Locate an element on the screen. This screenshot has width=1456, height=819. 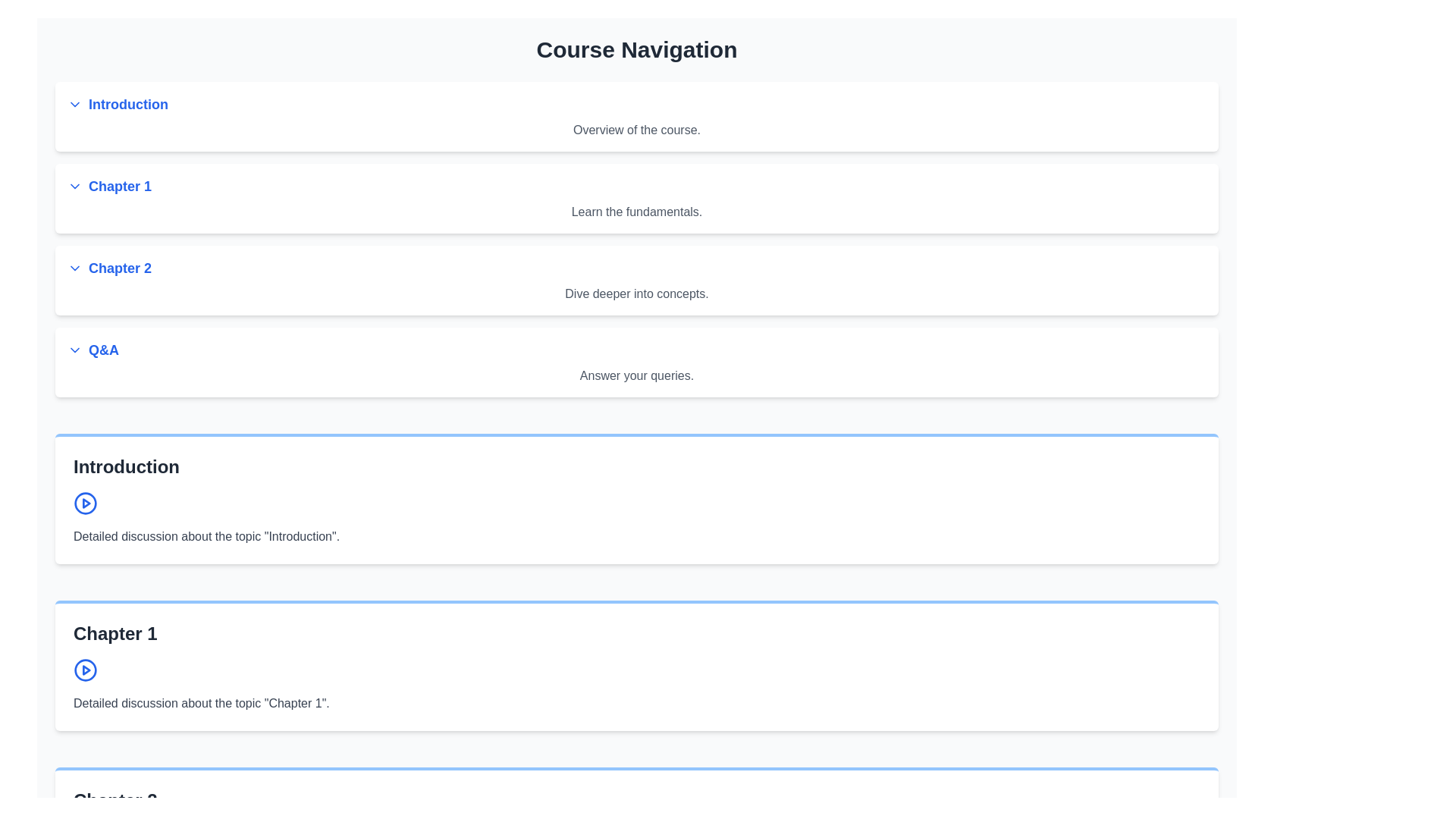
the 'Q&A' text link, which is styled in blue and bold, located under 'Chapter 2' in the navigation list is located at coordinates (103, 350).